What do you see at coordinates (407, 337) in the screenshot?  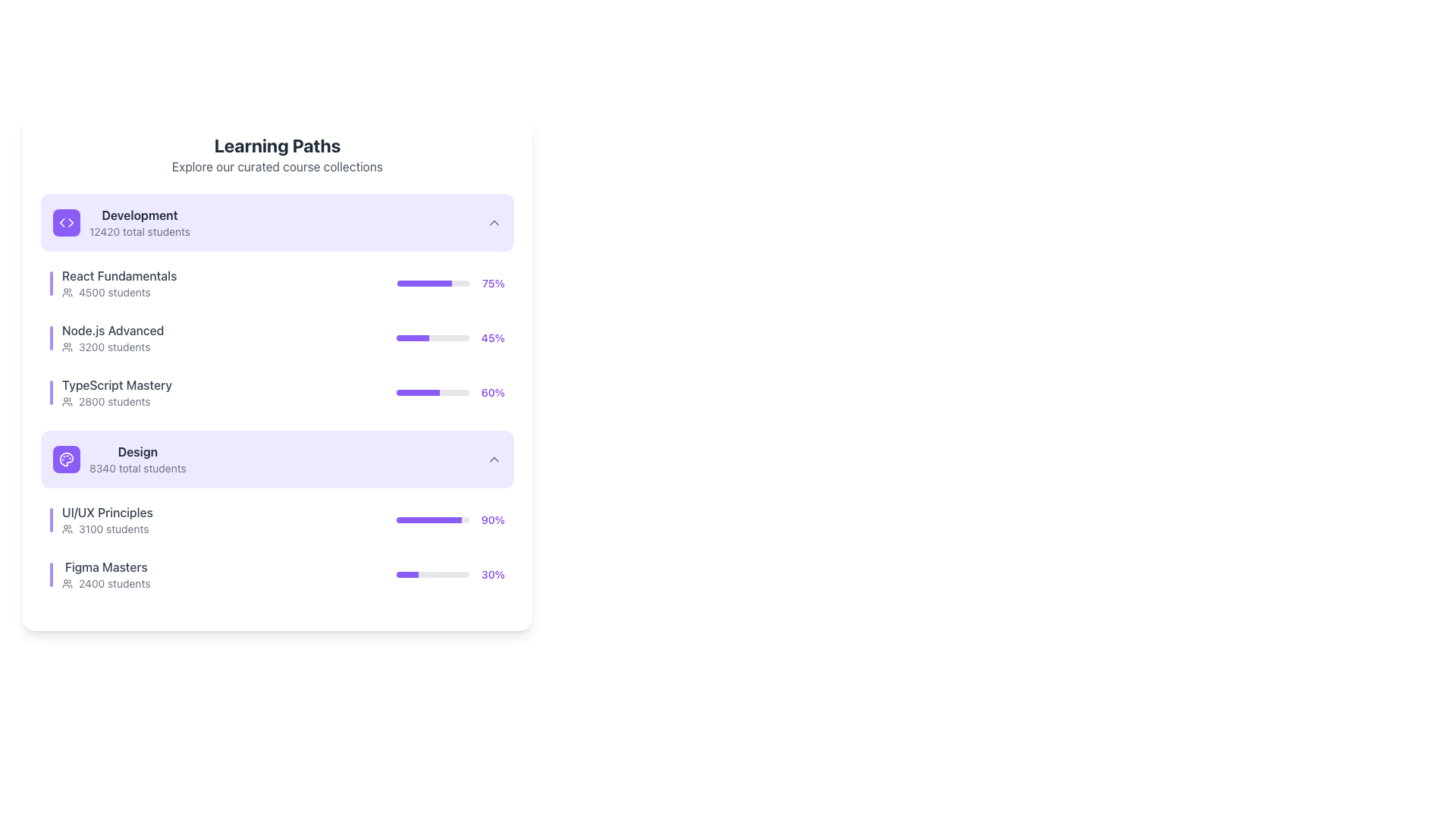 I see `progress` at bounding box center [407, 337].